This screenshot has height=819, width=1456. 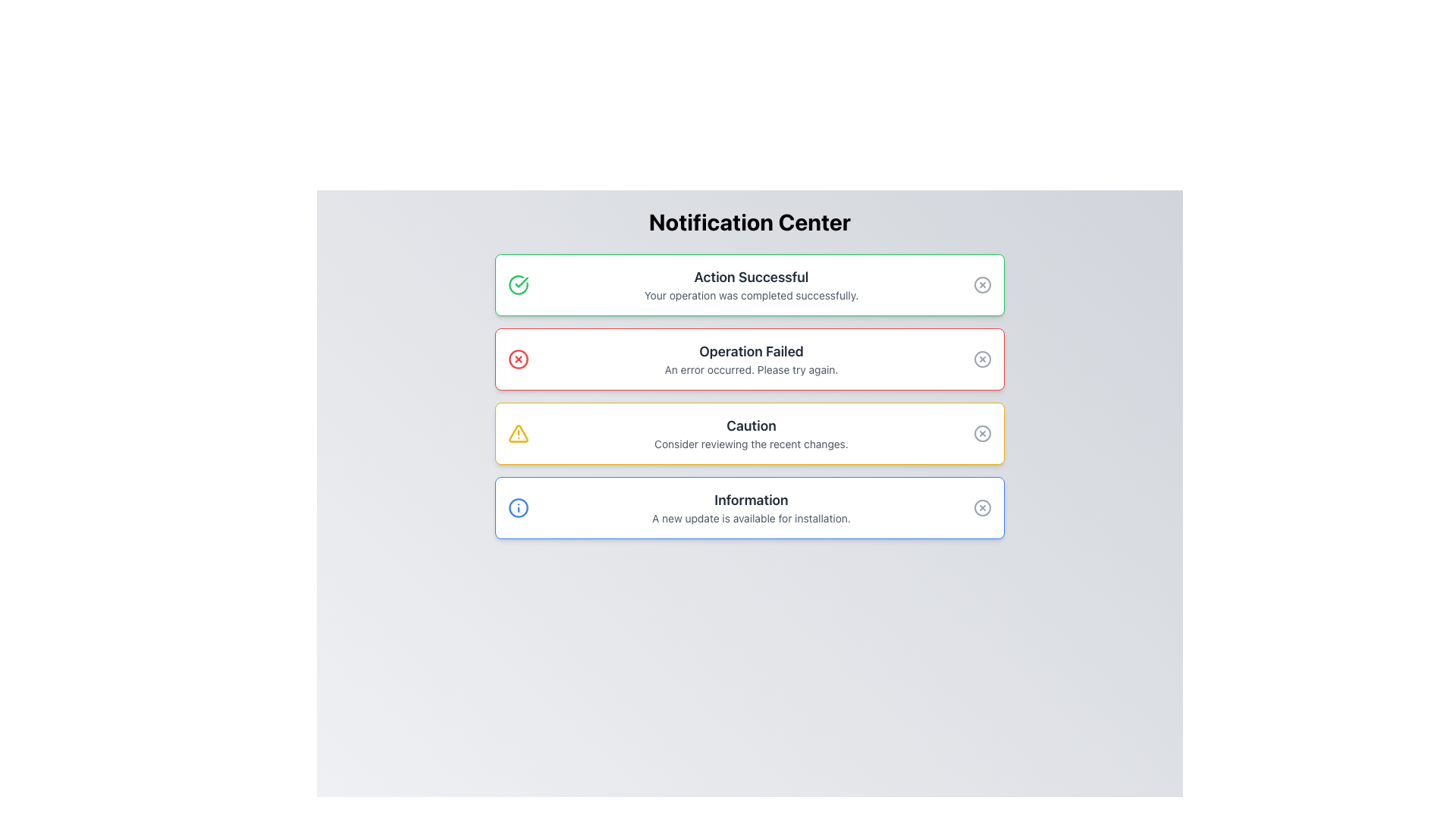 I want to click on the dismiss button located at the upper-right corner of the 'Action Successful' notification box, so click(x=983, y=284).